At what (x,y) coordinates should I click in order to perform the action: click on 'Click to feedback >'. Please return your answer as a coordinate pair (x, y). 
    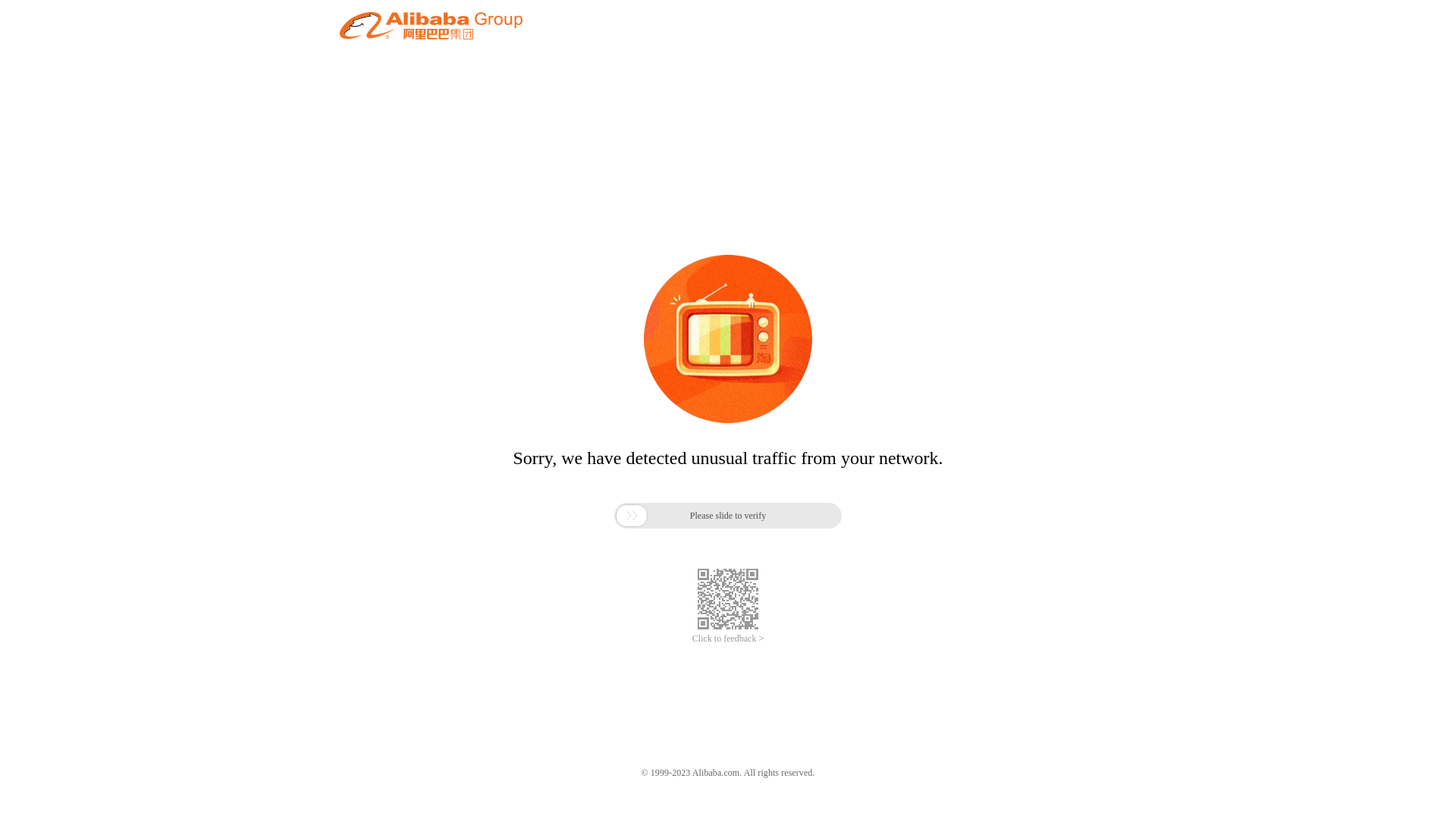
    Looking at the image, I should click on (691, 639).